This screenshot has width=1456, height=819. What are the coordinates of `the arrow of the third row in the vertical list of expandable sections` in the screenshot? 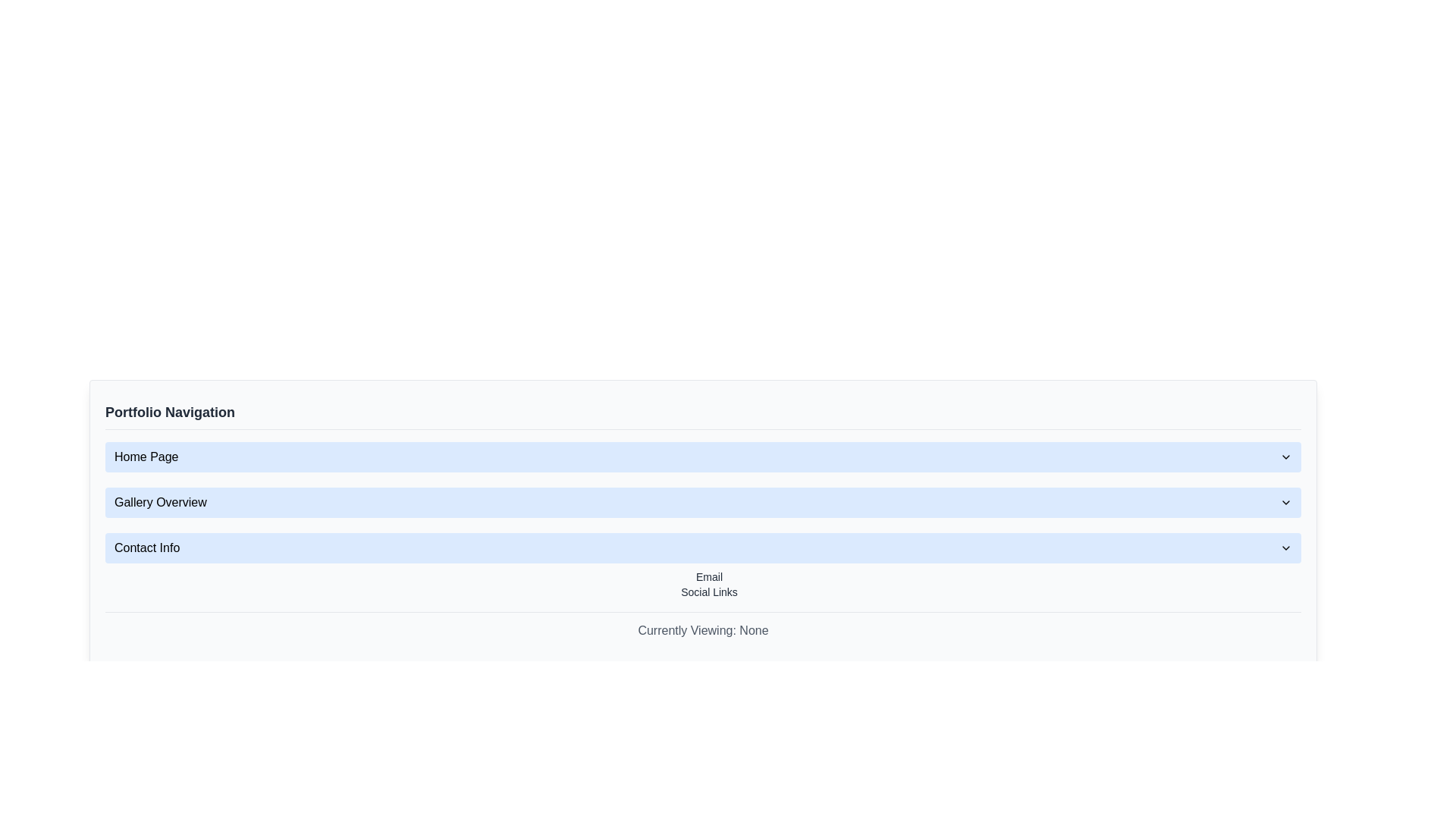 It's located at (702, 548).